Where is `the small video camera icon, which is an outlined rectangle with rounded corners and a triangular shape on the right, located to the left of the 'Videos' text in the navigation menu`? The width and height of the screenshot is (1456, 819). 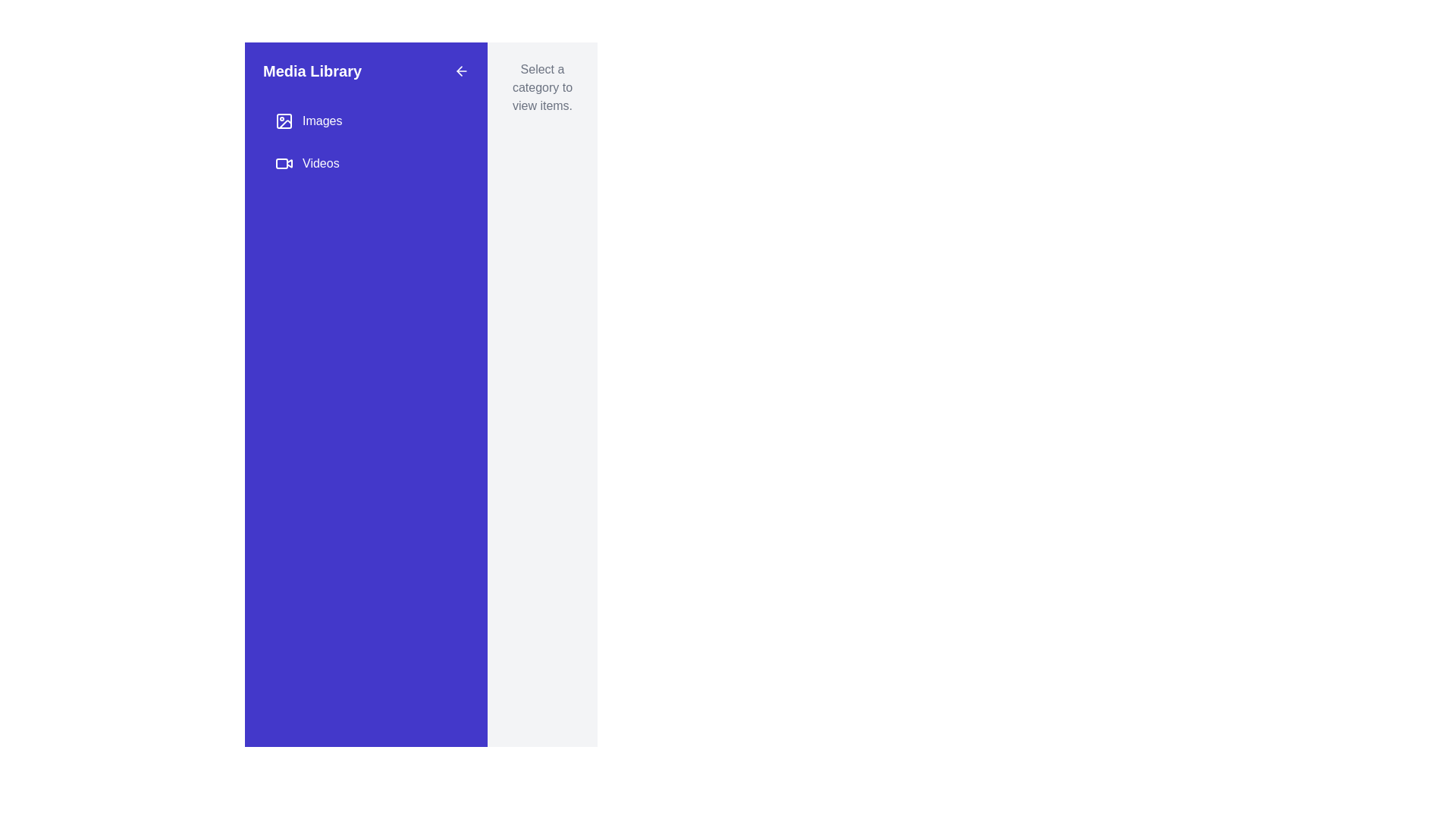
the small video camera icon, which is an outlined rectangle with rounded corners and a triangular shape on the right, located to the left of the 'Videos' text in the navigation menu is located at coordinates (284, 164).